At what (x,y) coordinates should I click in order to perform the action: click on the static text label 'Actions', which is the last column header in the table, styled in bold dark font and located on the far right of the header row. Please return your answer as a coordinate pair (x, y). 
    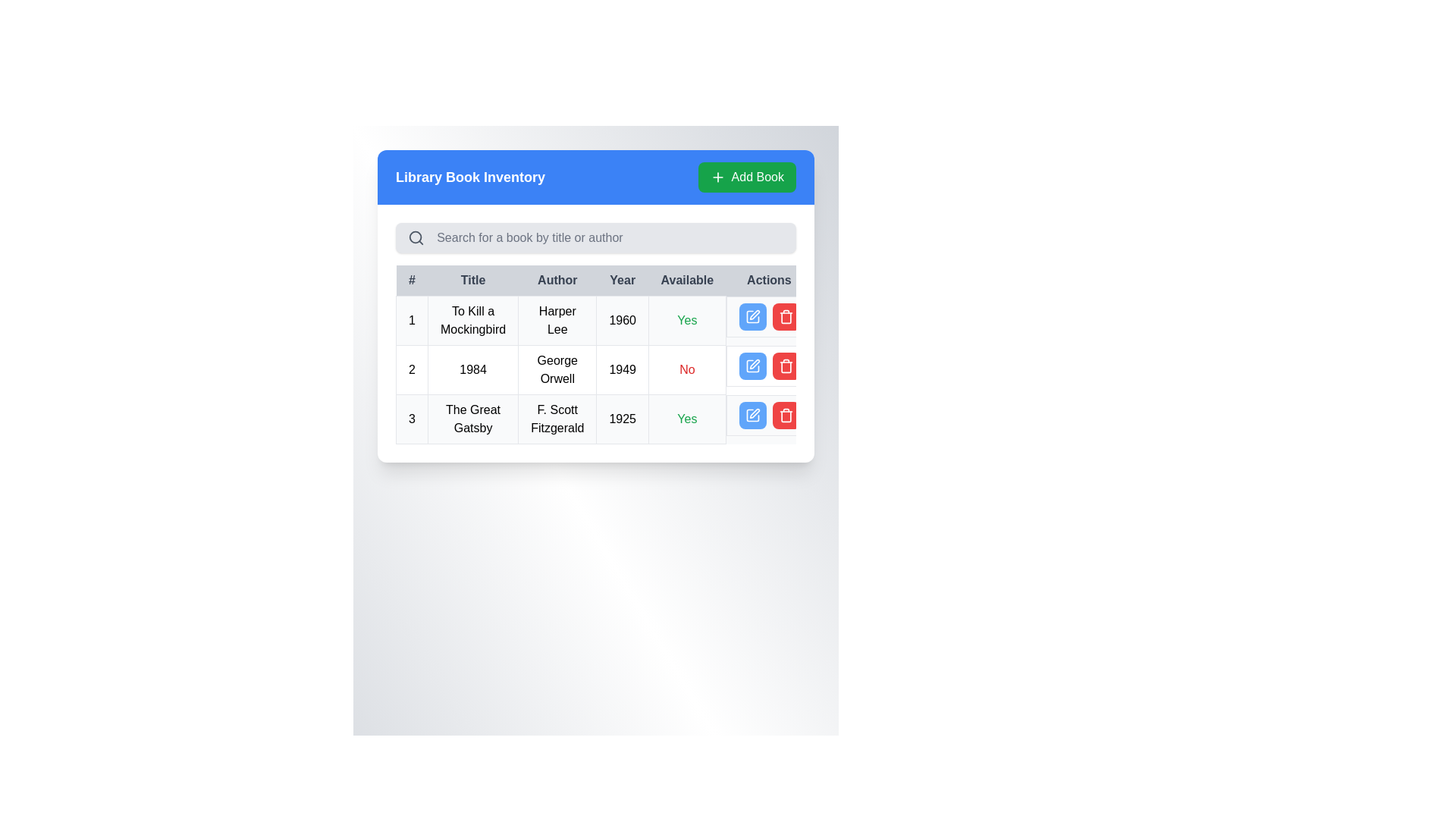
    Looking at the image, I should click on (769, 281).